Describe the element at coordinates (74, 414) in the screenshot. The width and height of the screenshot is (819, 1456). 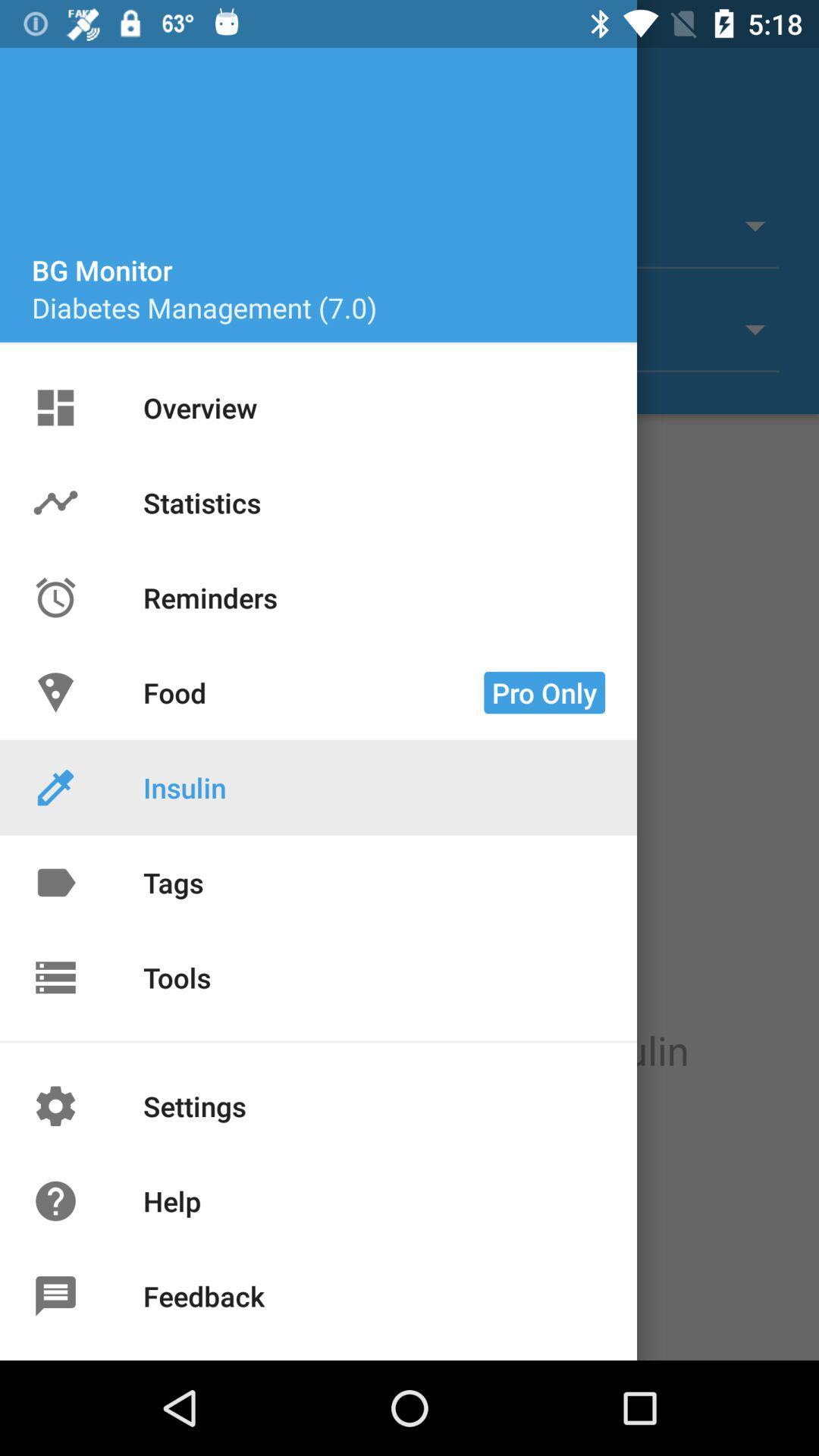
I see `the dashboard icon` at that location.